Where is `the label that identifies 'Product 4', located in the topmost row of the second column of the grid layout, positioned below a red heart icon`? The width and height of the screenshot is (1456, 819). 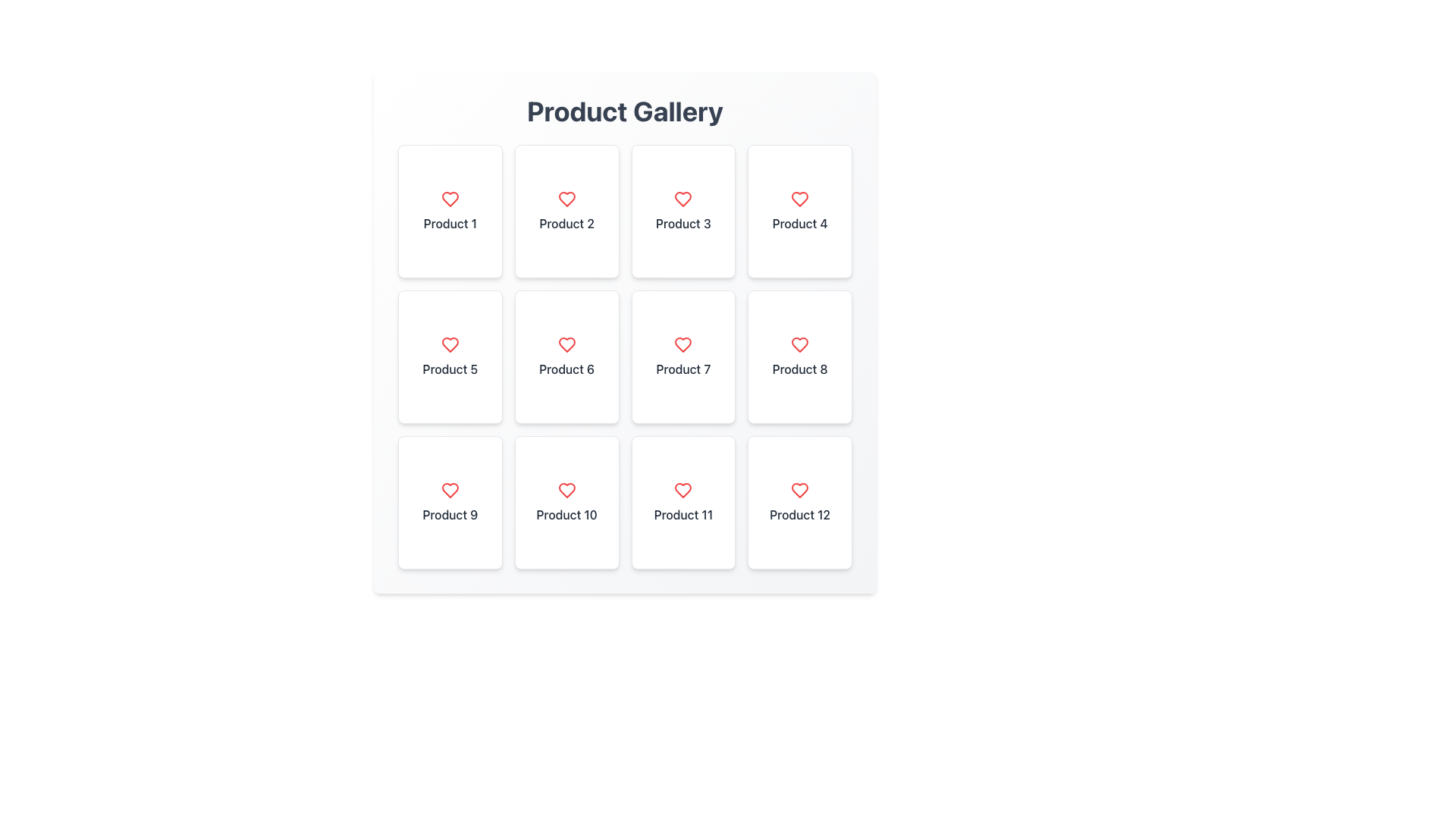
the label that identifies 'Product 4', located in the topmost row of the second column of the grid layout, positioned below a red heart icon is located at coordinates (799, 223).